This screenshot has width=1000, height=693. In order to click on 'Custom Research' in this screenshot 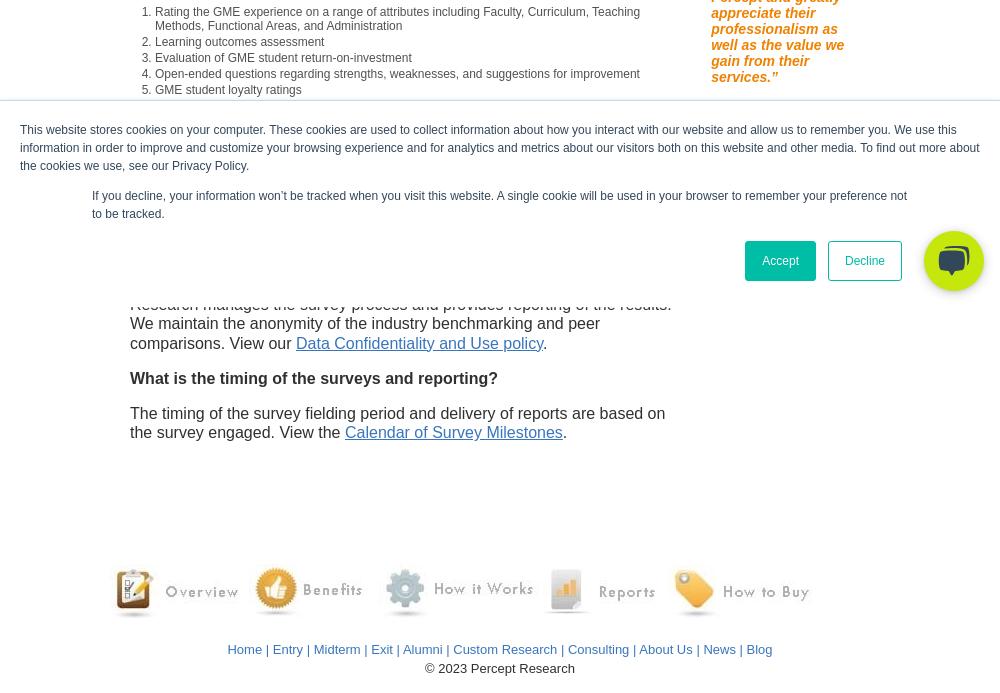, I will do `click(505, 647)`.